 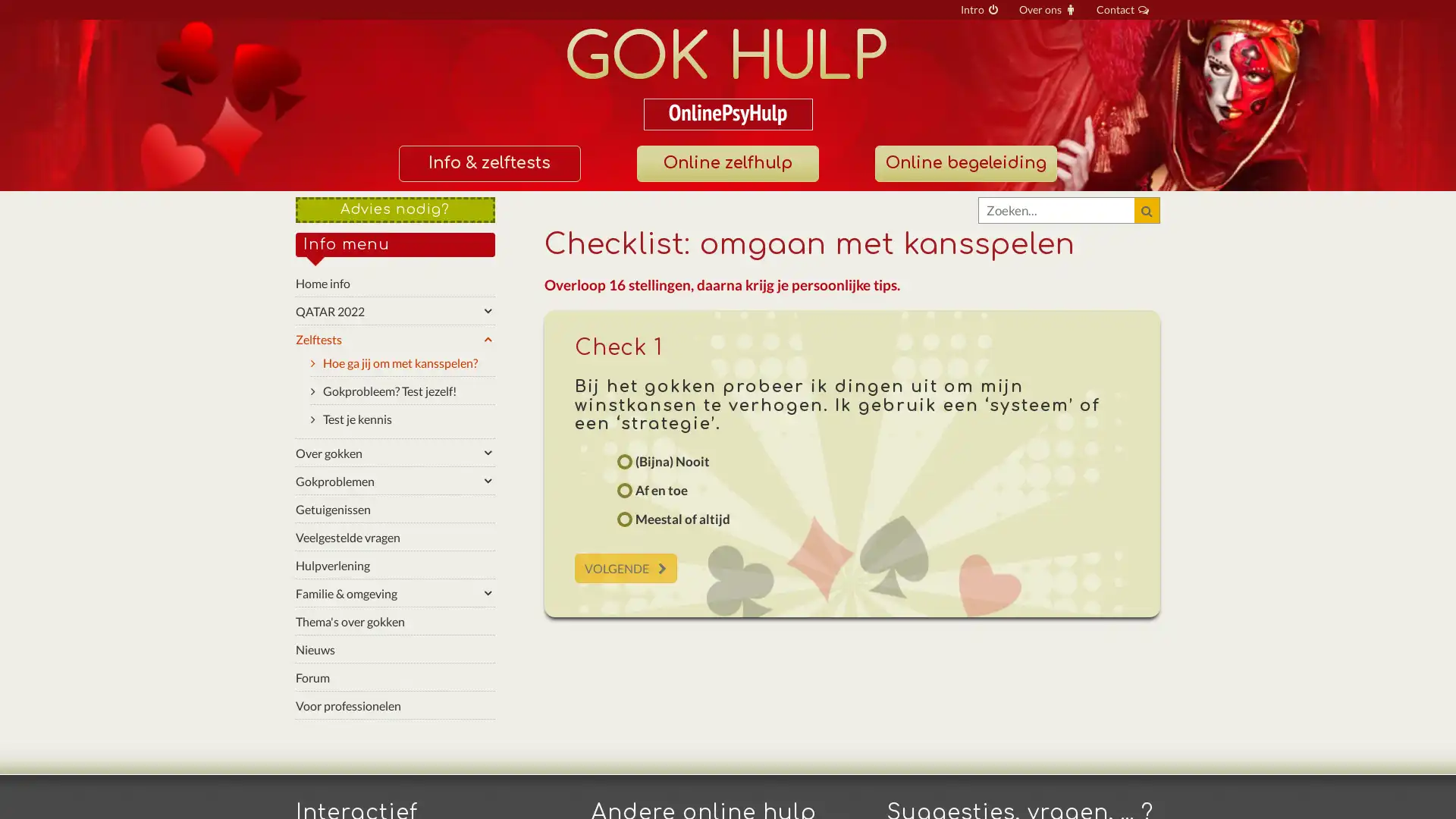 I want to click on Info & zelftests, so click(x=488, y=163).